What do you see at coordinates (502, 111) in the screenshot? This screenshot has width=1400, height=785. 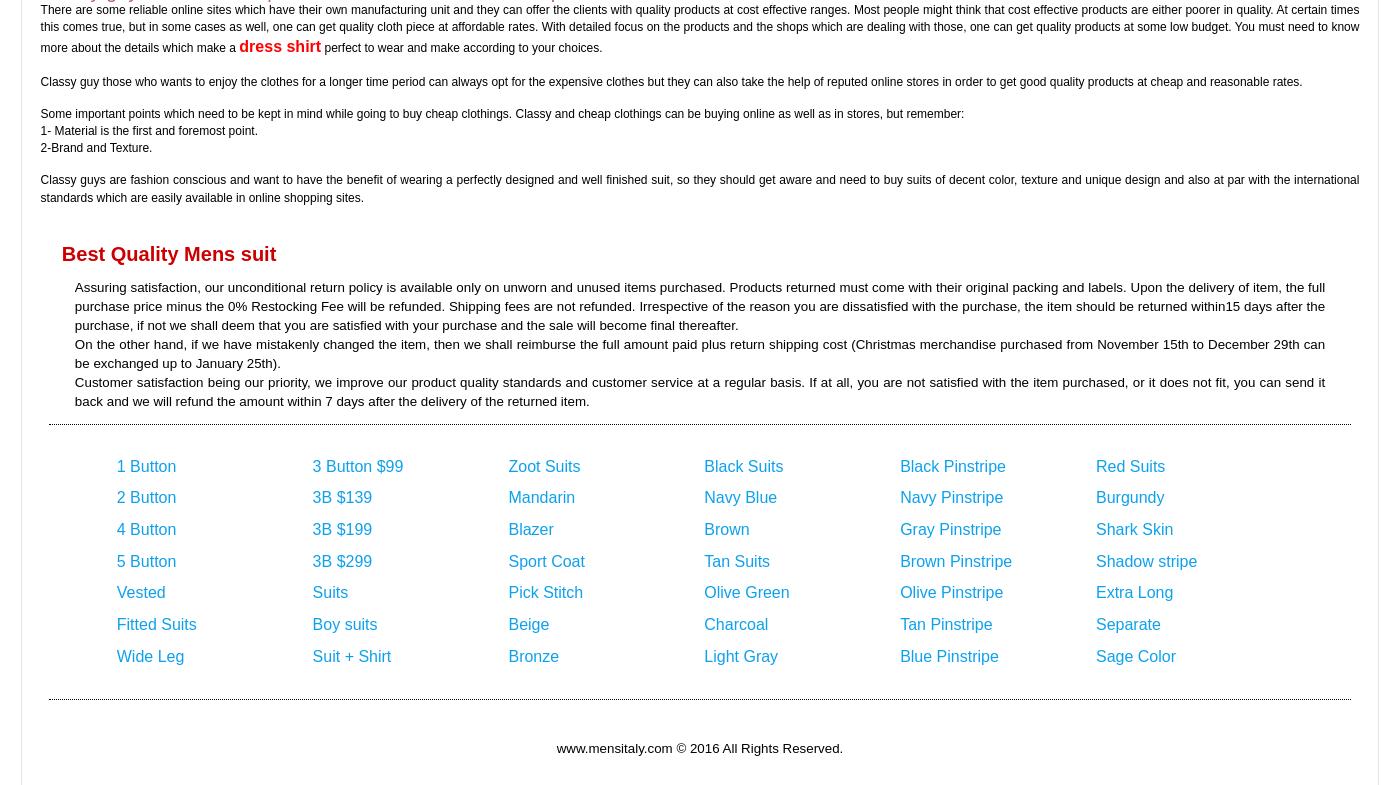 I see `'Some important points which need to be kept in mind while going to buy cheap clothings. Classy and cheap clothings can be buying online as well as in stores, but remember:'` at bounding box center [502, 111].